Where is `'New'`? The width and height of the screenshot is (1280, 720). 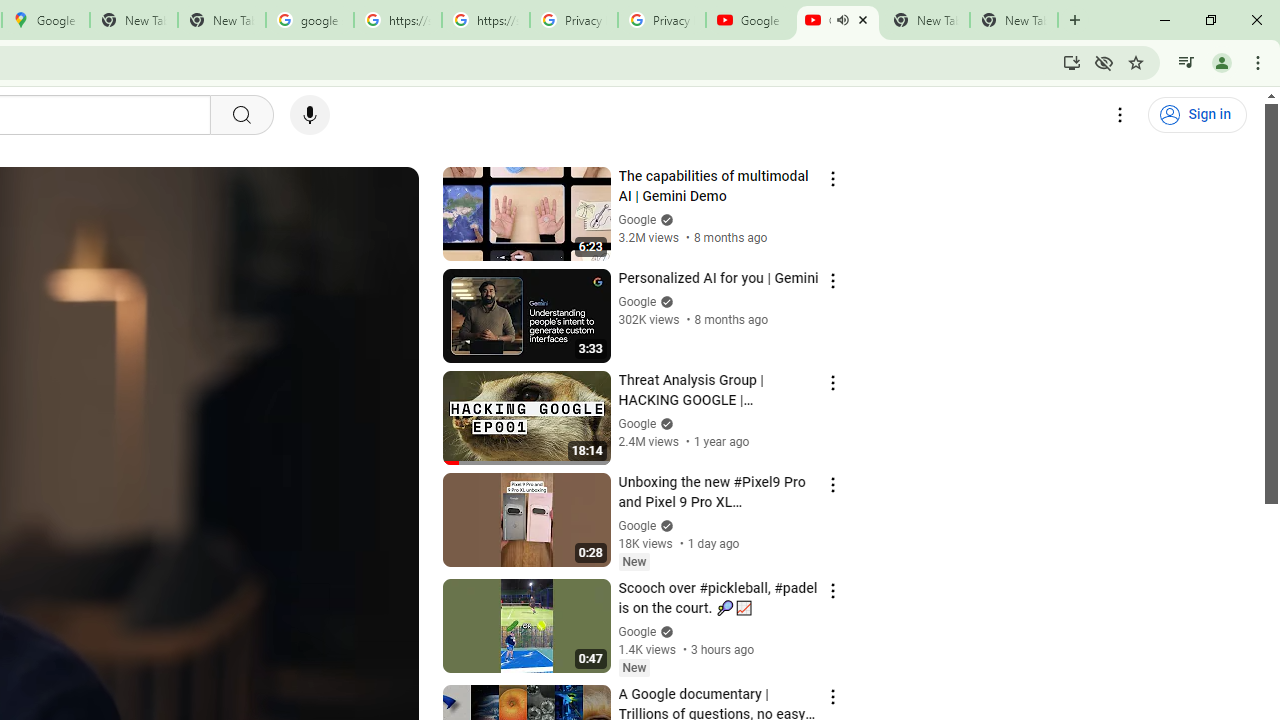
'New' is located at coordinates (633, 667).